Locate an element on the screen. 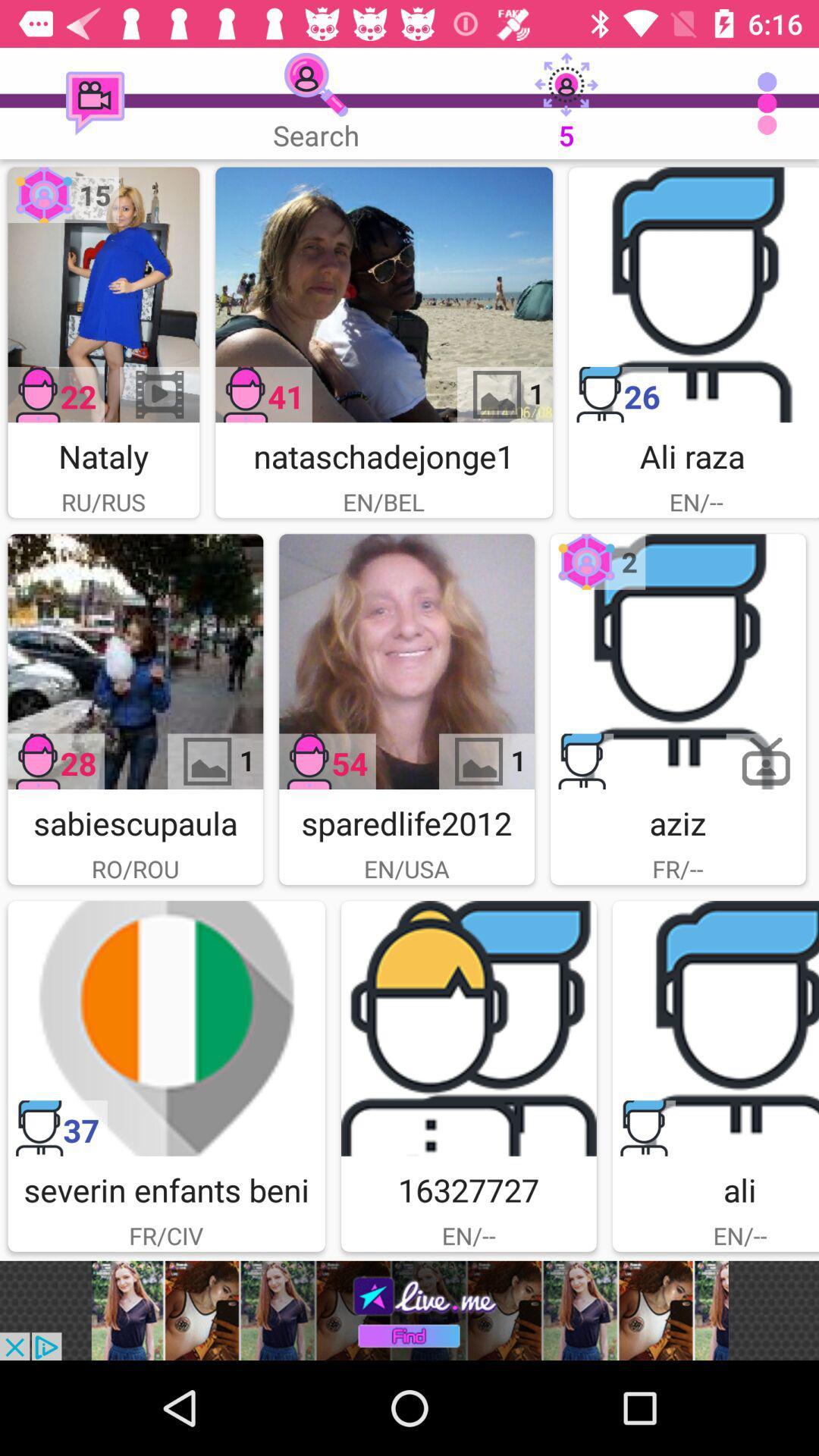 The image size is (819, 1456). image open option is located at coordinates (134, 661).